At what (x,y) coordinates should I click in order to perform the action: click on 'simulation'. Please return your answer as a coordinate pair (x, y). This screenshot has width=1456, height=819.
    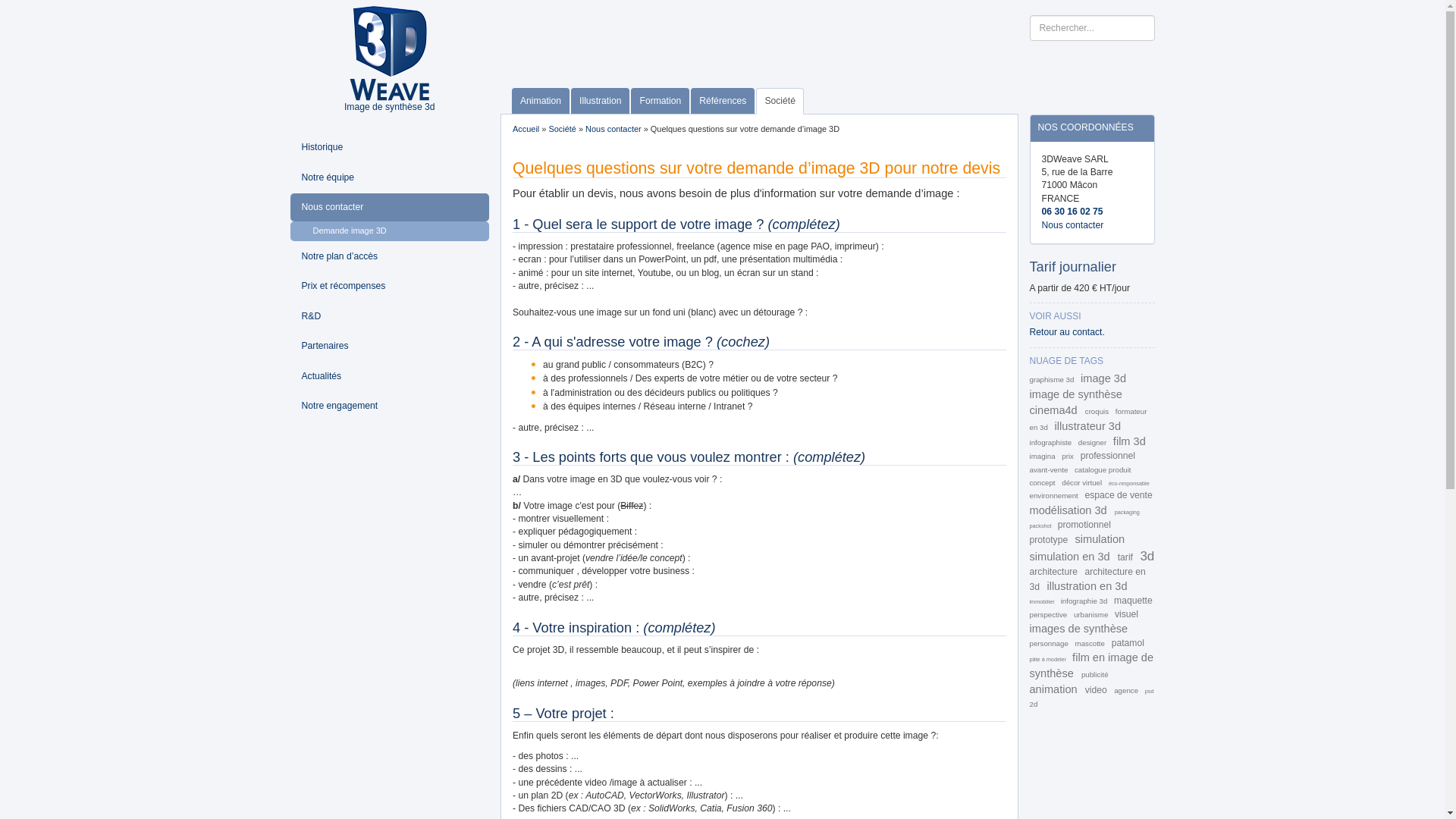
    Looking at the image, I should click on (1100, 538).